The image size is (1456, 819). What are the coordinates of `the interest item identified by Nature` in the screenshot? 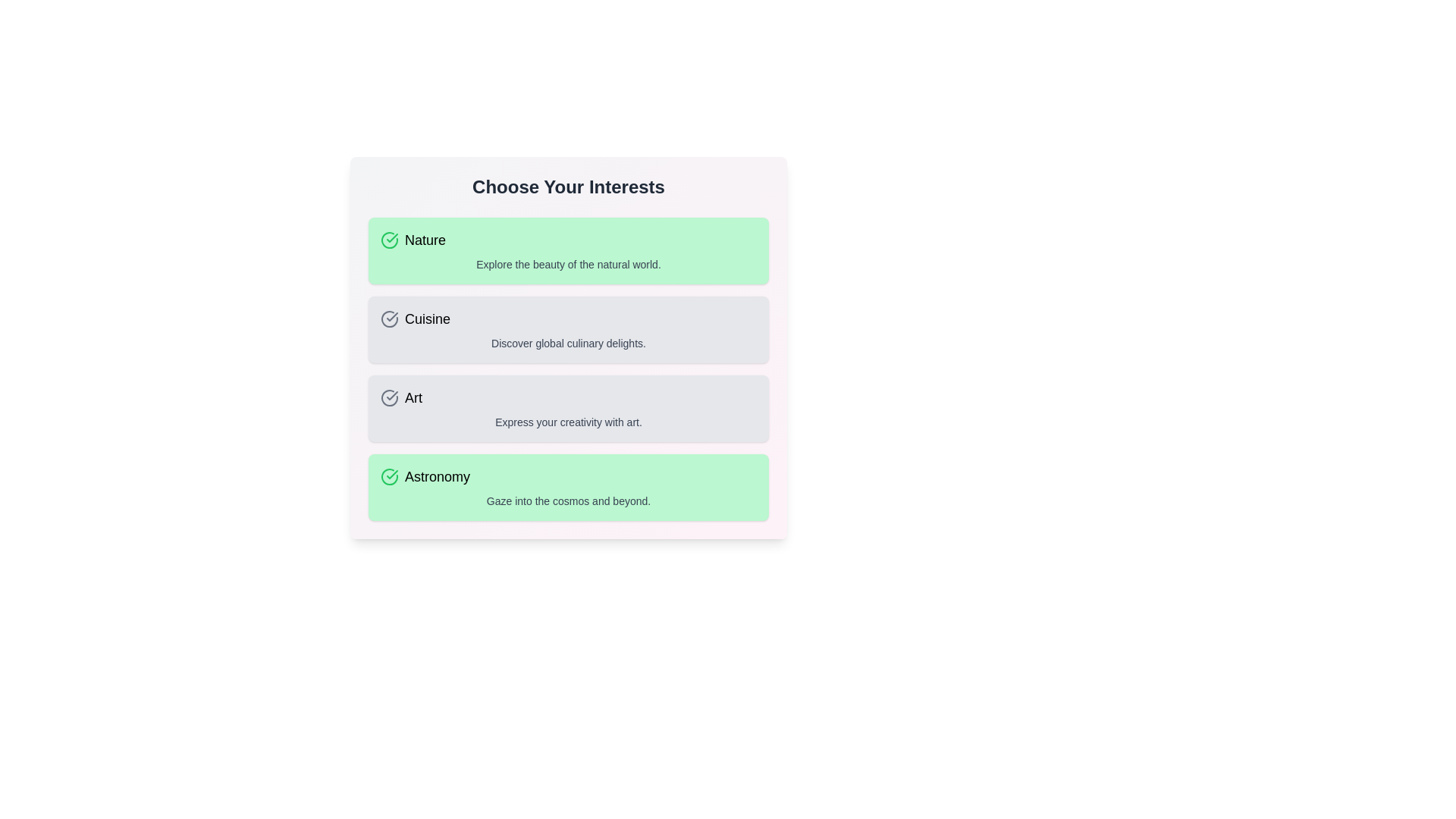 It's located at (567, 250).